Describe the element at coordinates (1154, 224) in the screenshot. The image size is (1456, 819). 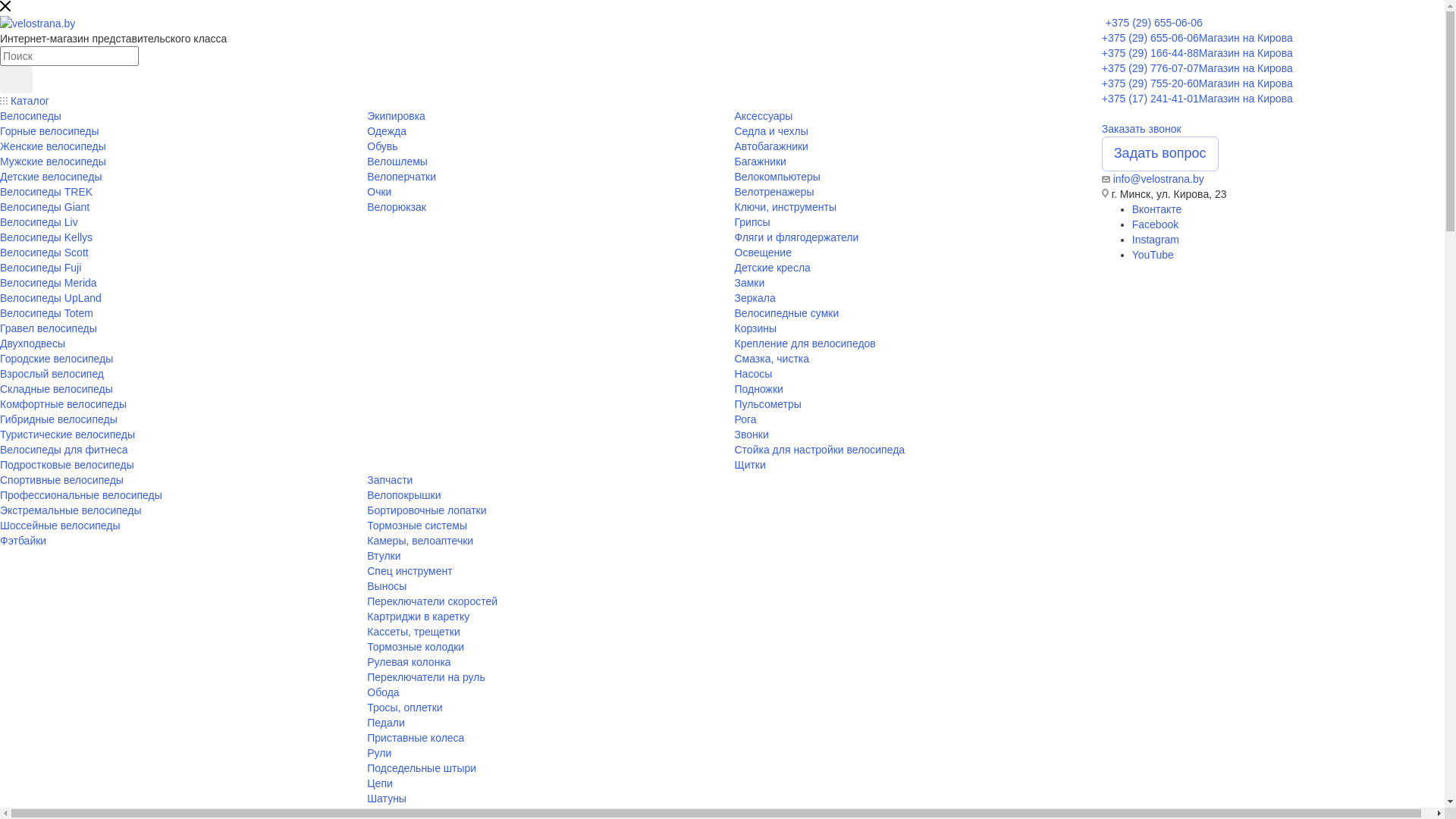
I see `'Facebook'` at that location.